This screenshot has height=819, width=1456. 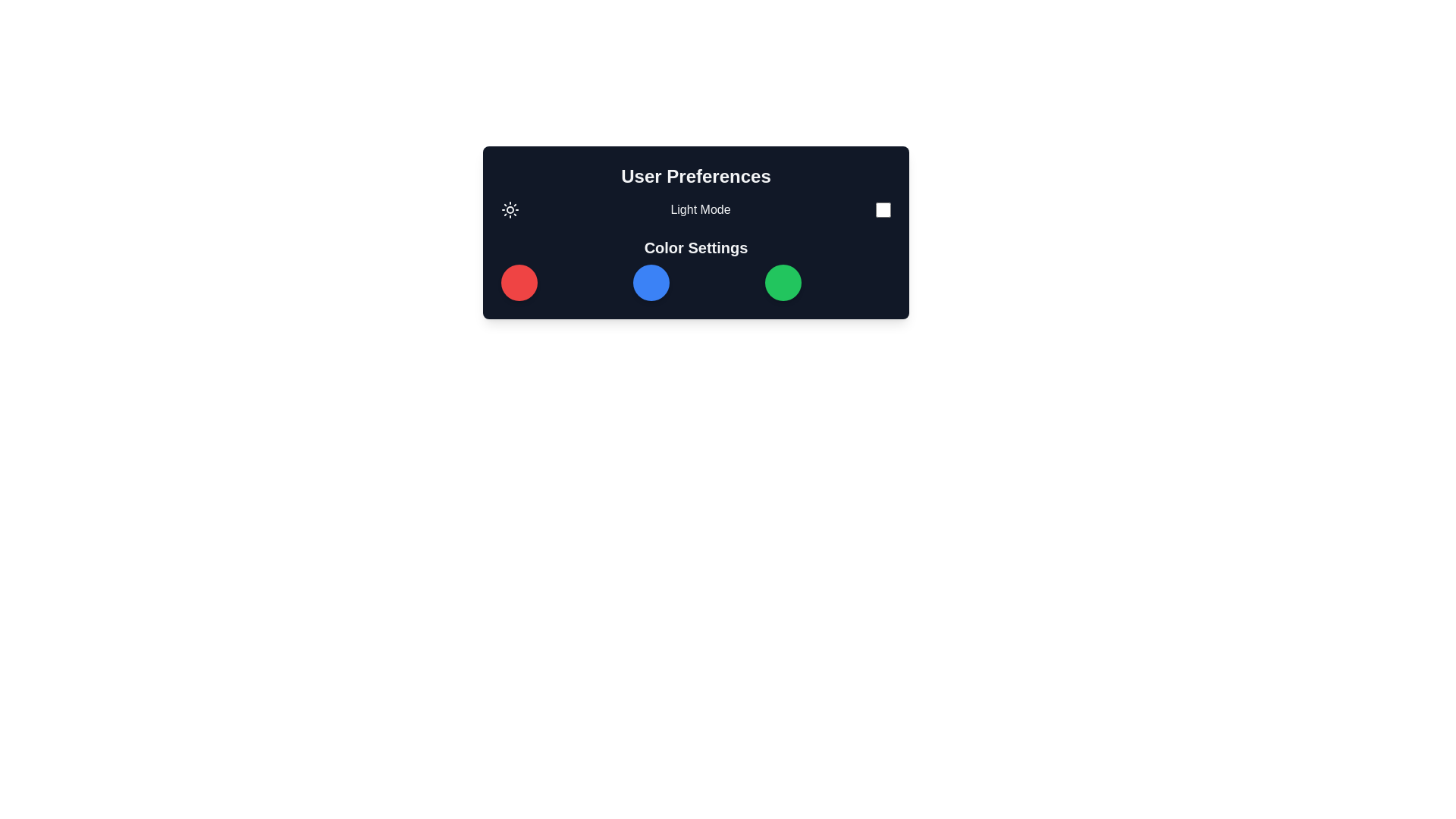 What do you see at coordinates (510, 210) in the screenshot?
I see `the sun icon located to the left of the 'Light Mode' text in the 'User Preferences' section` at bounding box center [510, 210].